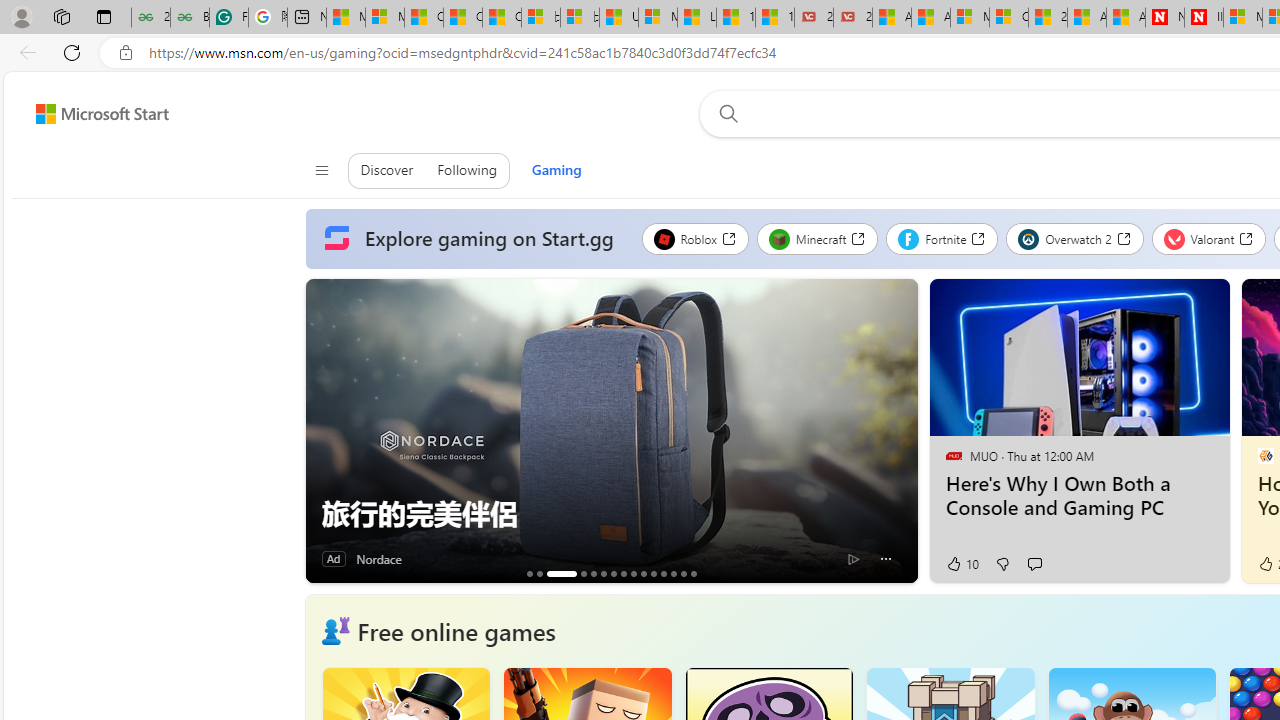 Image resolution: width=1280 pixels, height=720 pixels. What do you see at coordinates (556, 168) in the screenshot?
I see `'Gaming'` at bounding box center [556, 168].